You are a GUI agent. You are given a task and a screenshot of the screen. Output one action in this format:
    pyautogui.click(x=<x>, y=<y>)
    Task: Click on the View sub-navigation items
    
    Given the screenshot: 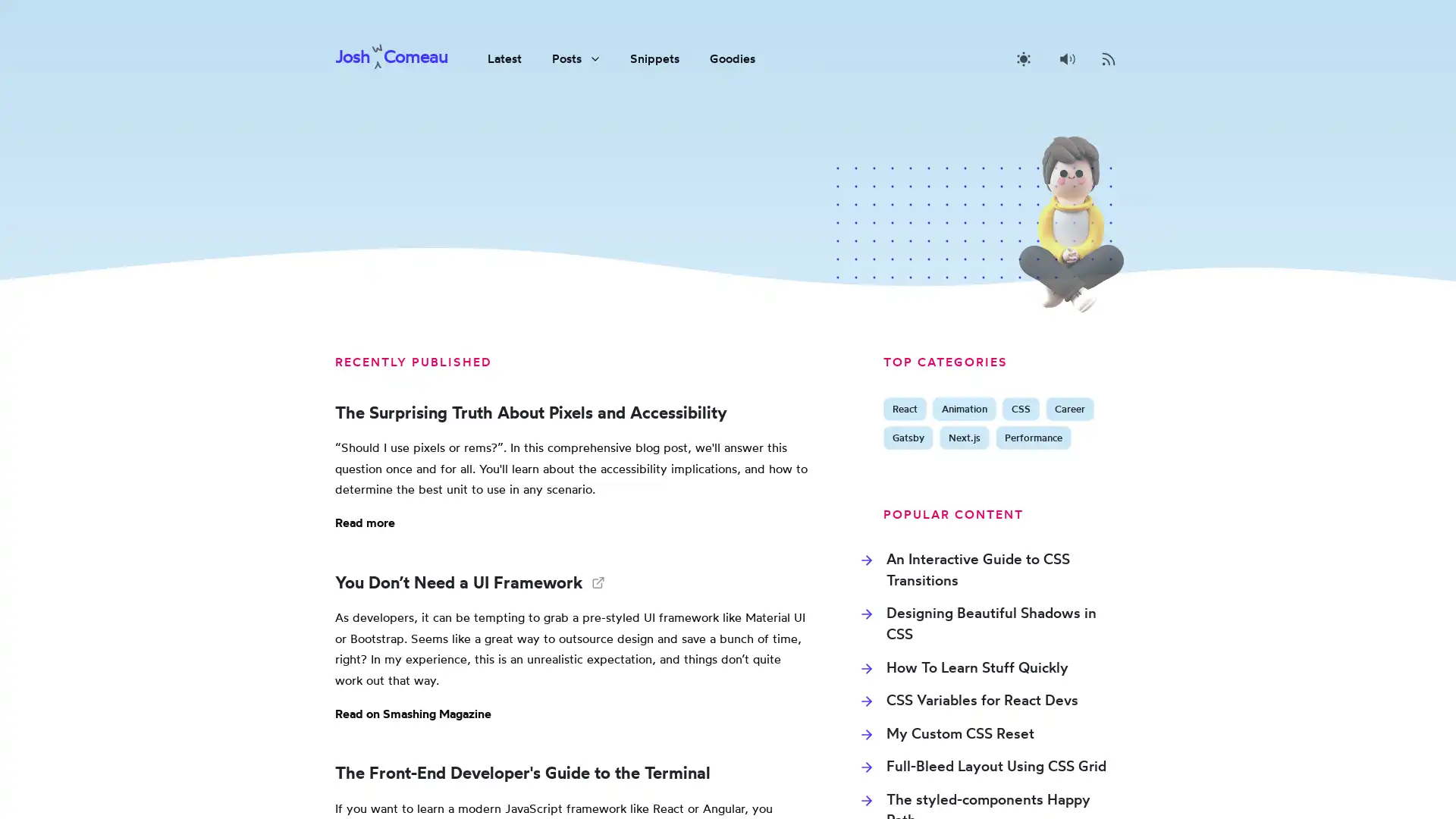 What is the action you would take?
    pyautogui.click(x=595, y=58)
    